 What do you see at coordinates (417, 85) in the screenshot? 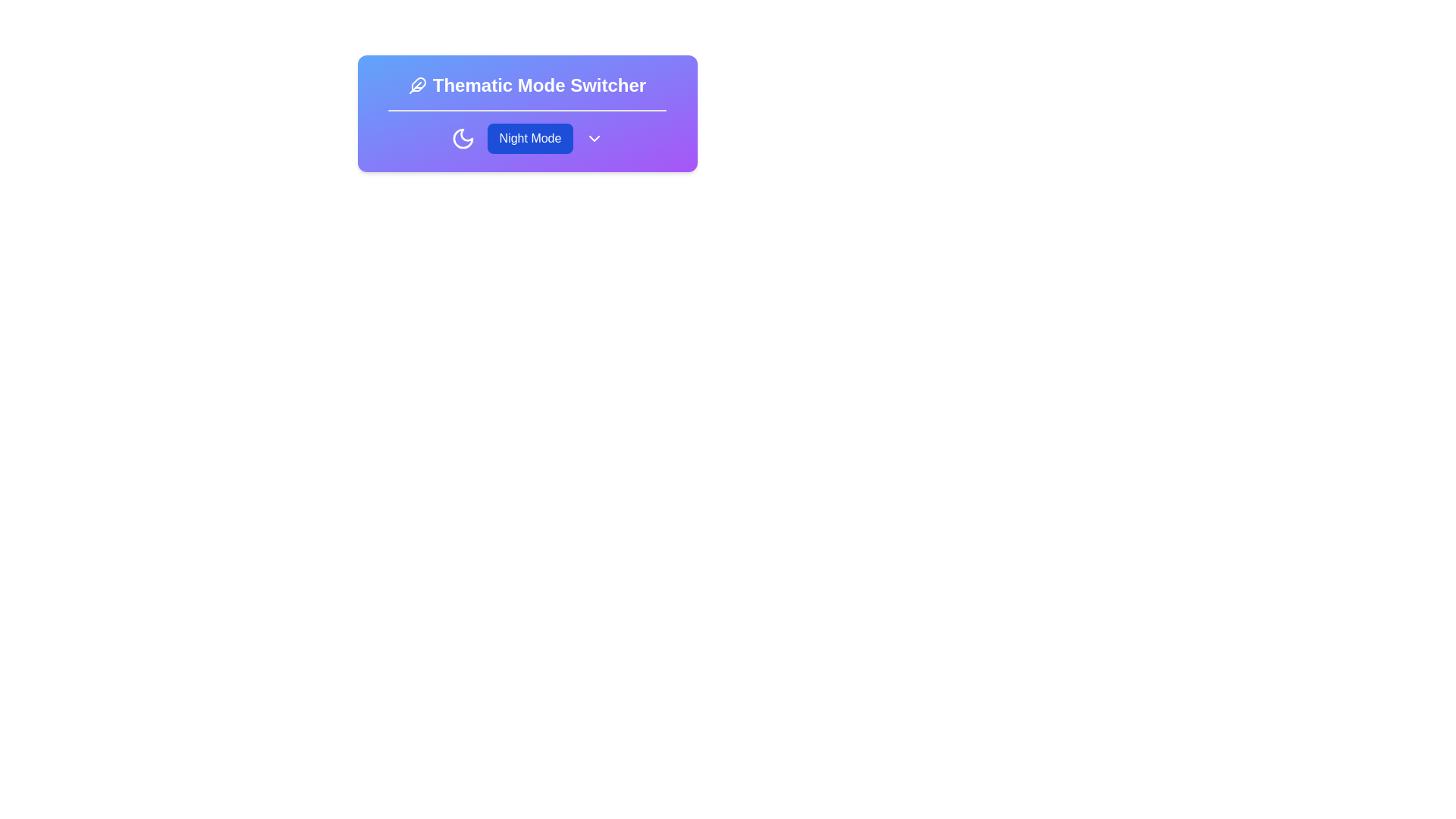
I see `the feather icon on the left of the 'Thematic Mode Switcher' heading, which features a minimalist design with thin white lines on a blue background` at bounding box center [417, 85].